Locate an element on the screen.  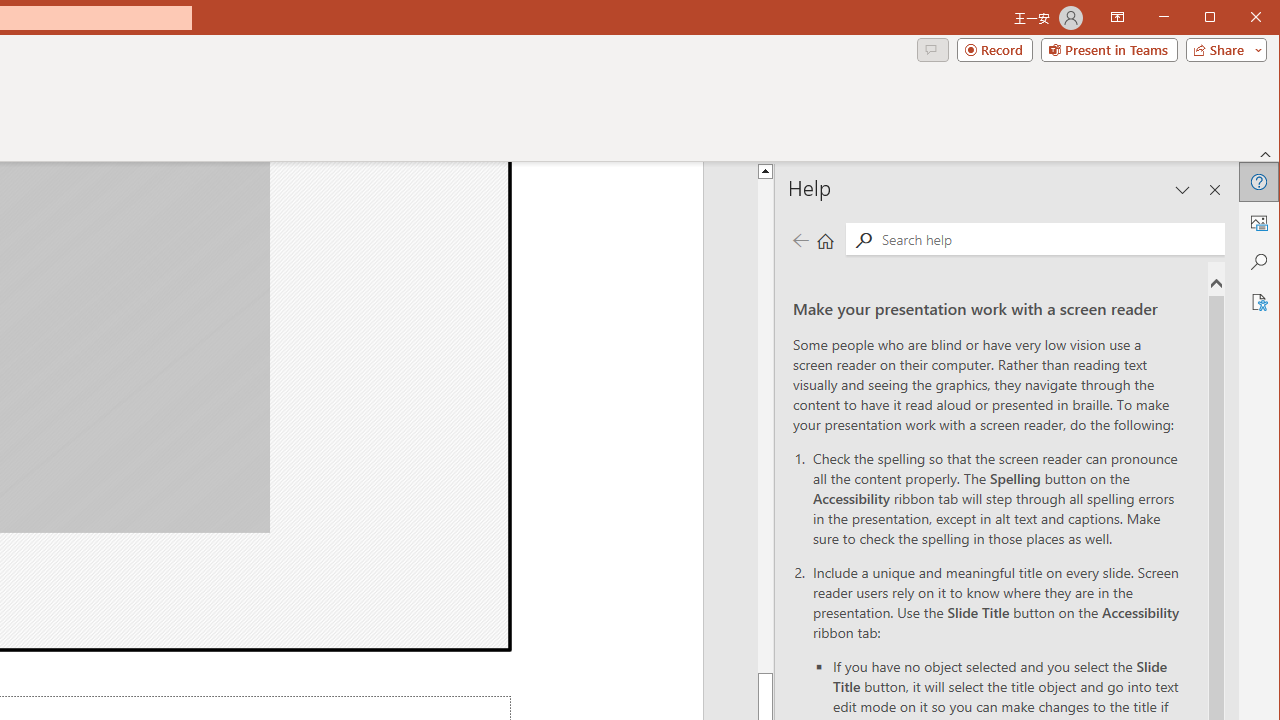
'Maximize' is located at coordinates (1238, 19).